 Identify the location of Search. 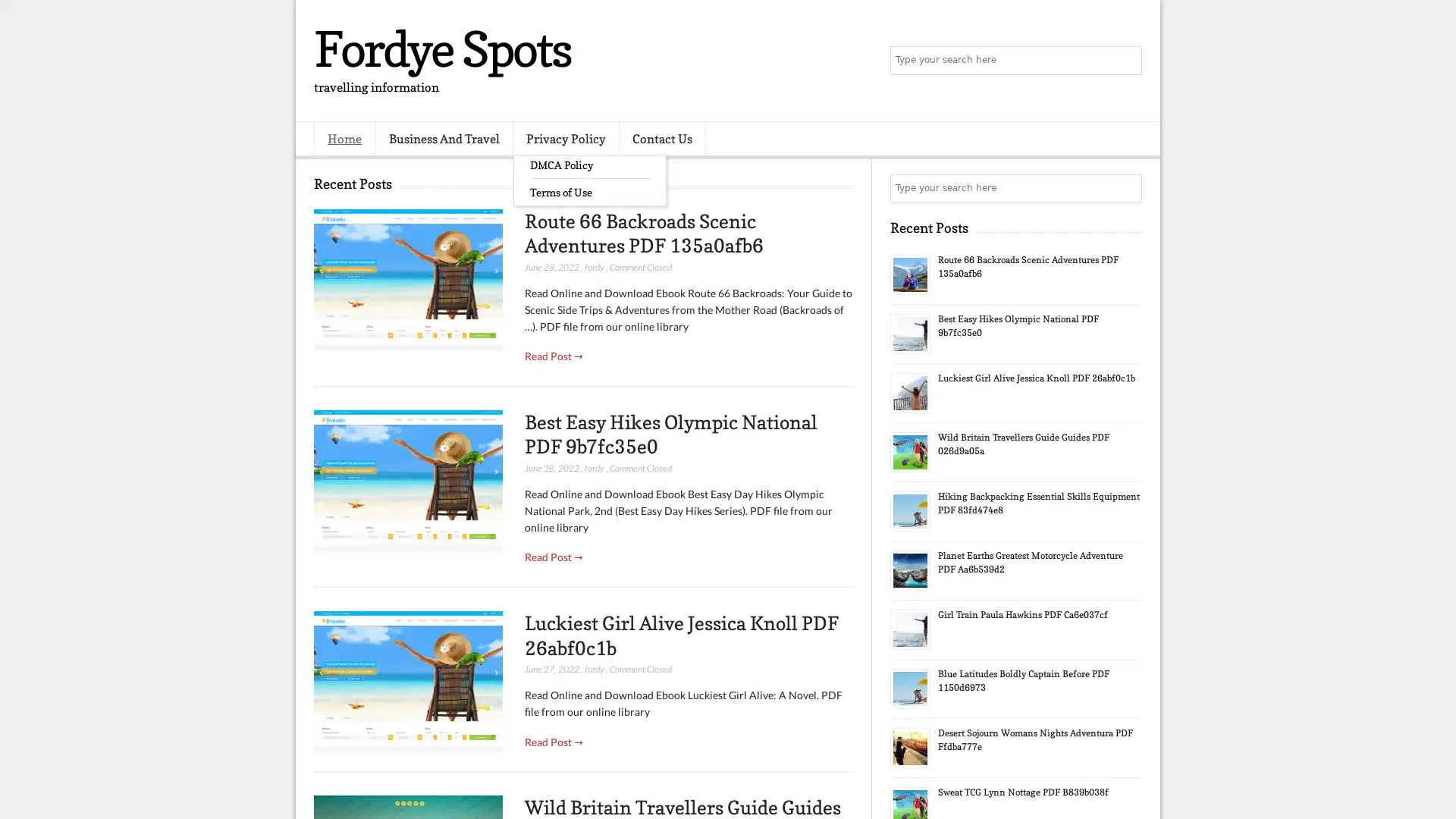
(1126, 188).